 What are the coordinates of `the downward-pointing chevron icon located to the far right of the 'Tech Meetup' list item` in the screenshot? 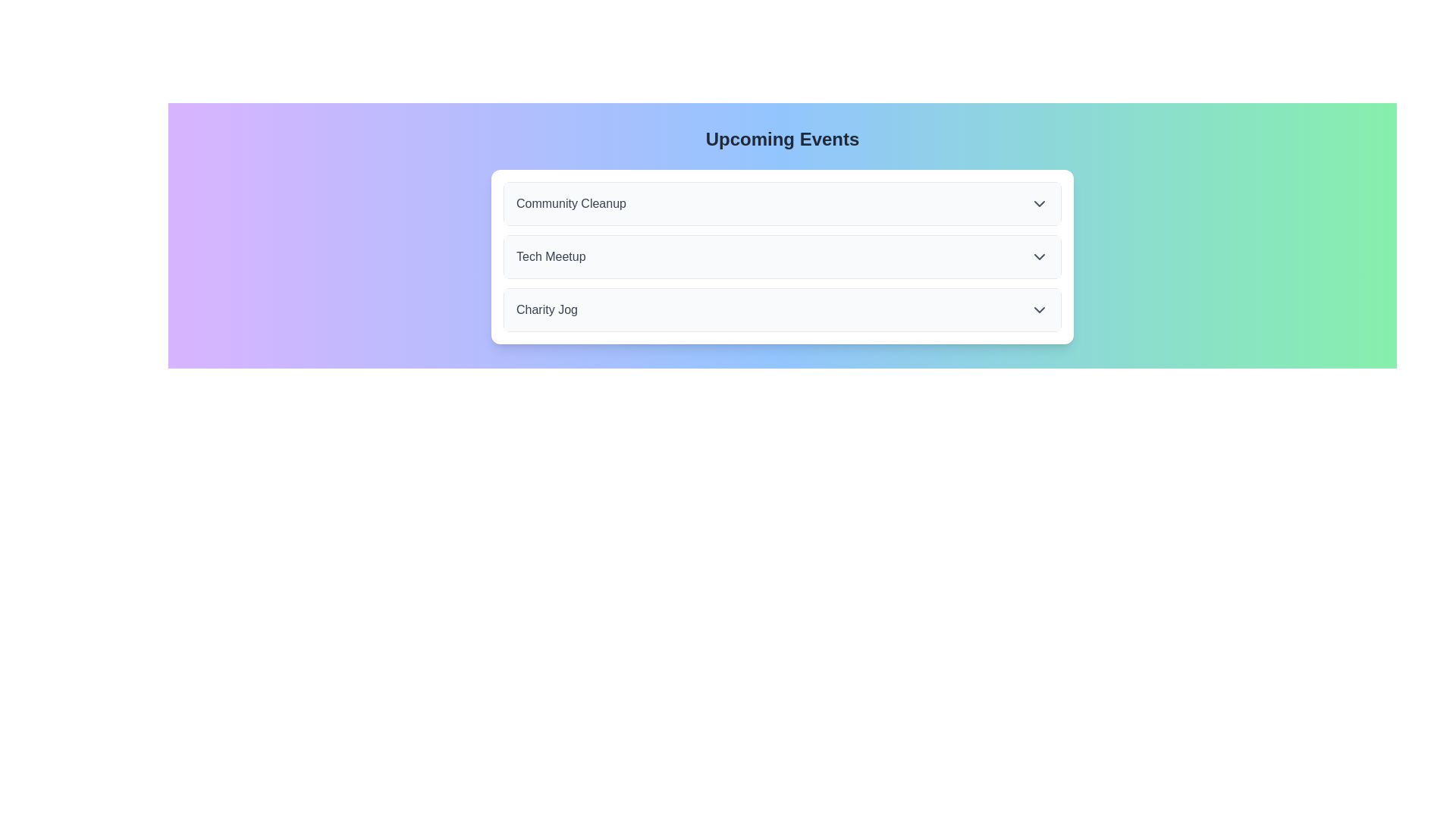 It's located at (1039, 256).